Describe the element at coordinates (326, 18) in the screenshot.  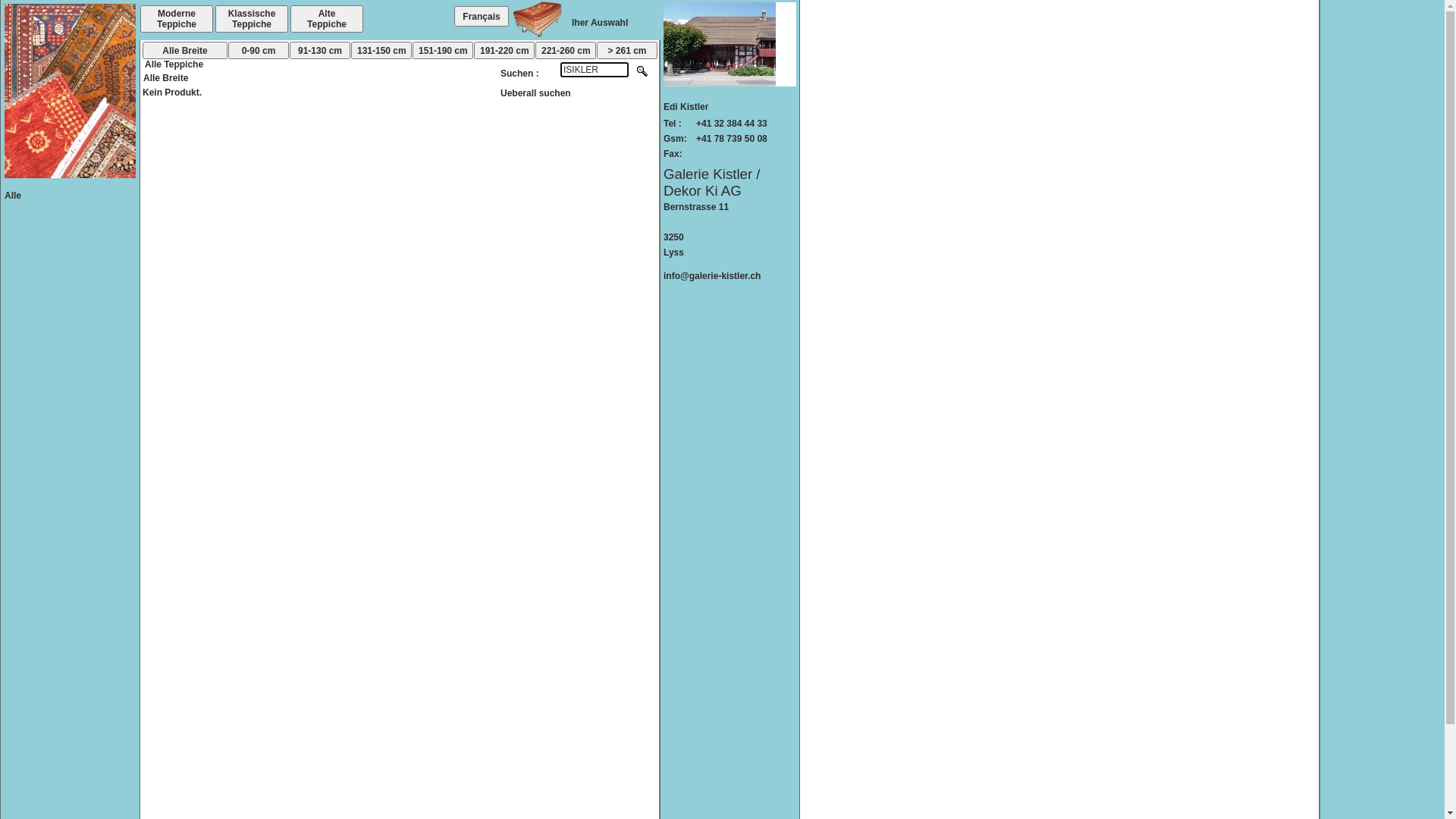
I see `'Alte` at that location.